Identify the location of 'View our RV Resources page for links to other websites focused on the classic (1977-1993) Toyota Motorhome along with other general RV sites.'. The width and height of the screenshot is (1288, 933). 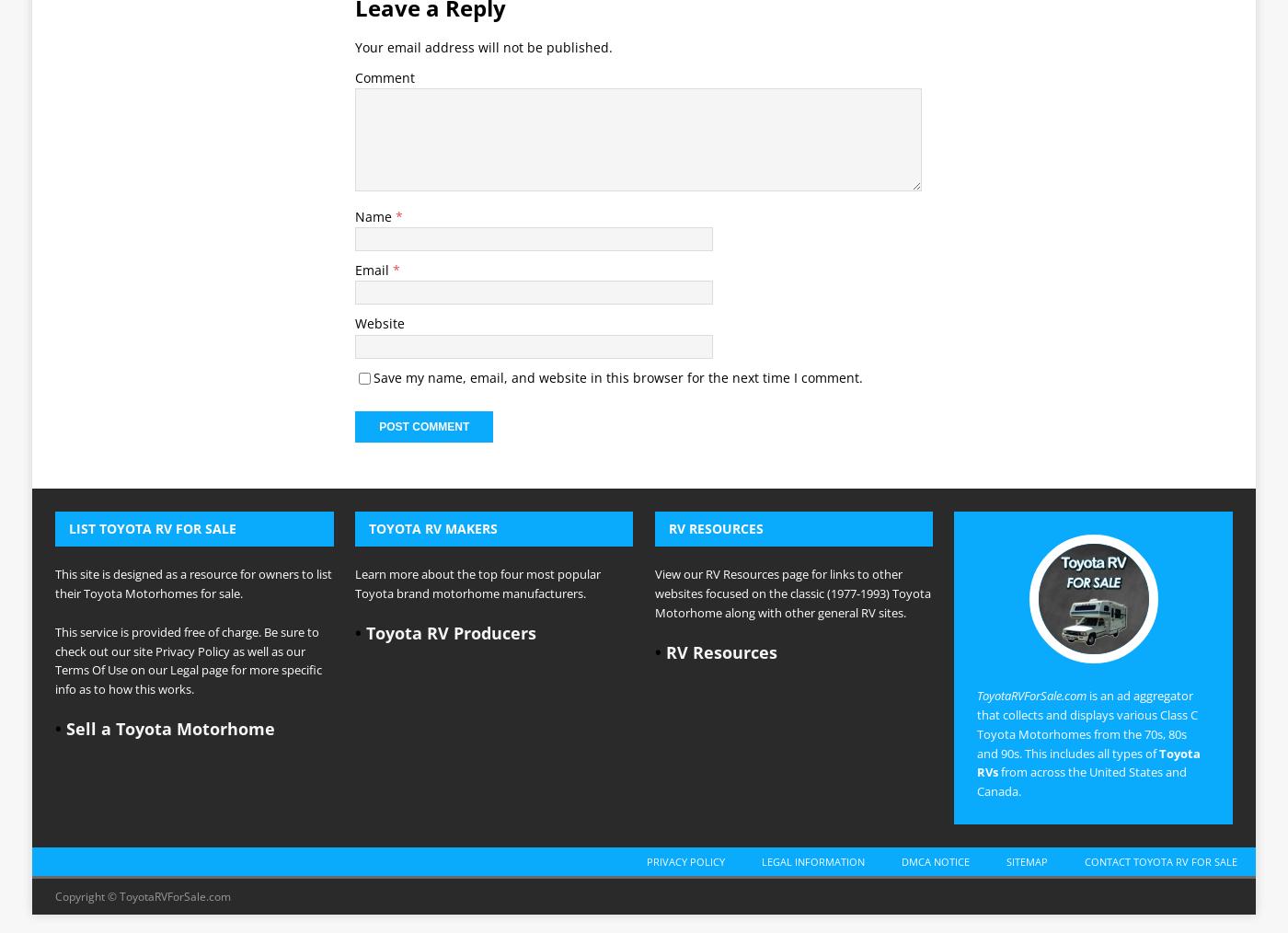
(654, 334).